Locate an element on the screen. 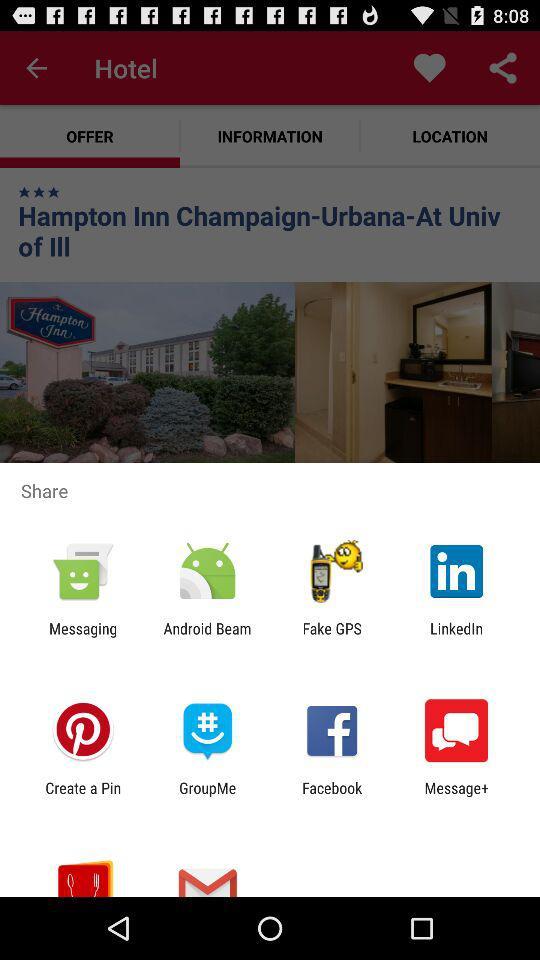  item next to message+ item is located at coordinates (332, 796).